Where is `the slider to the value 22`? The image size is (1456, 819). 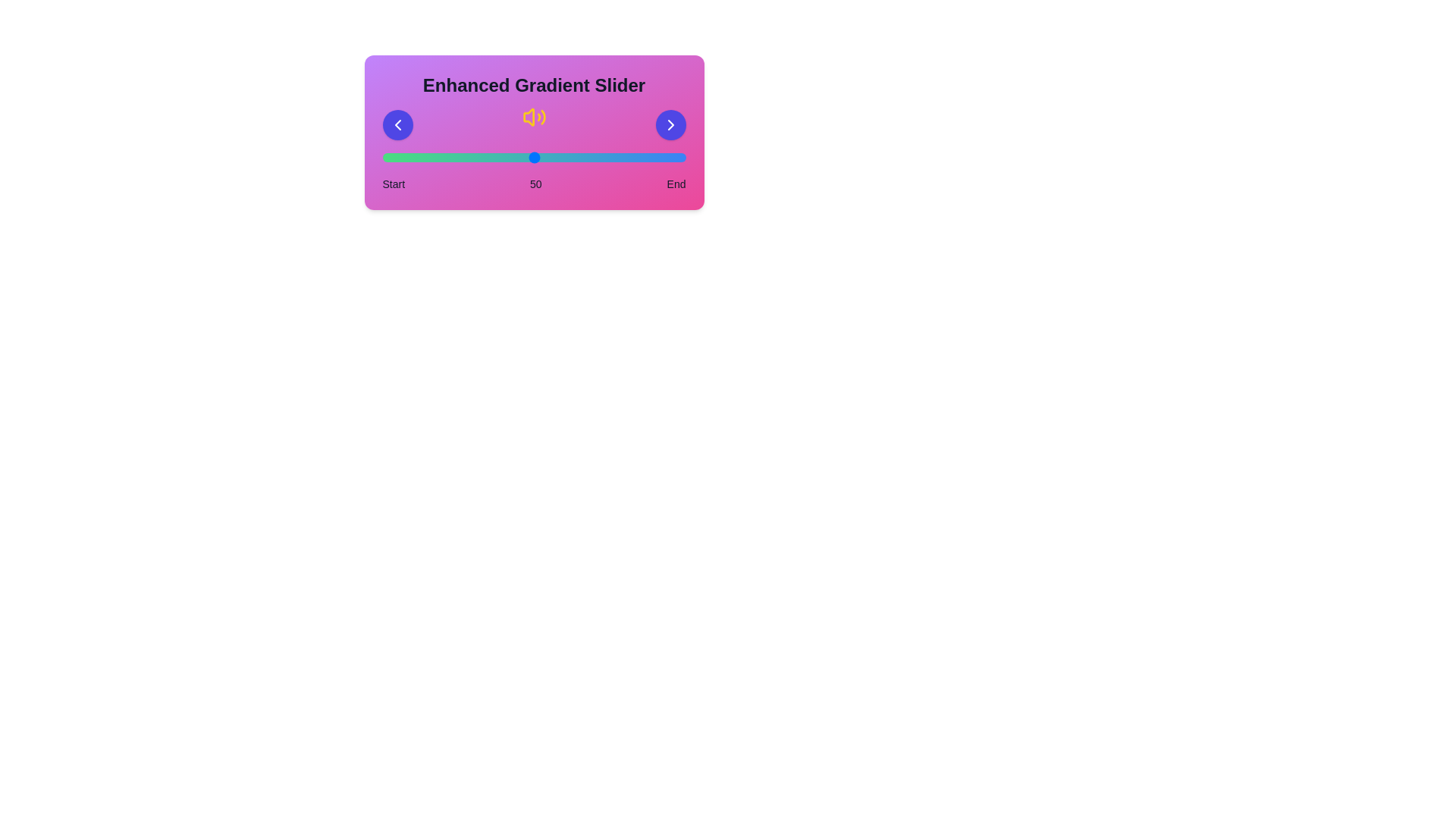
the slider to the value 22 is located at coordinates (448, 158).